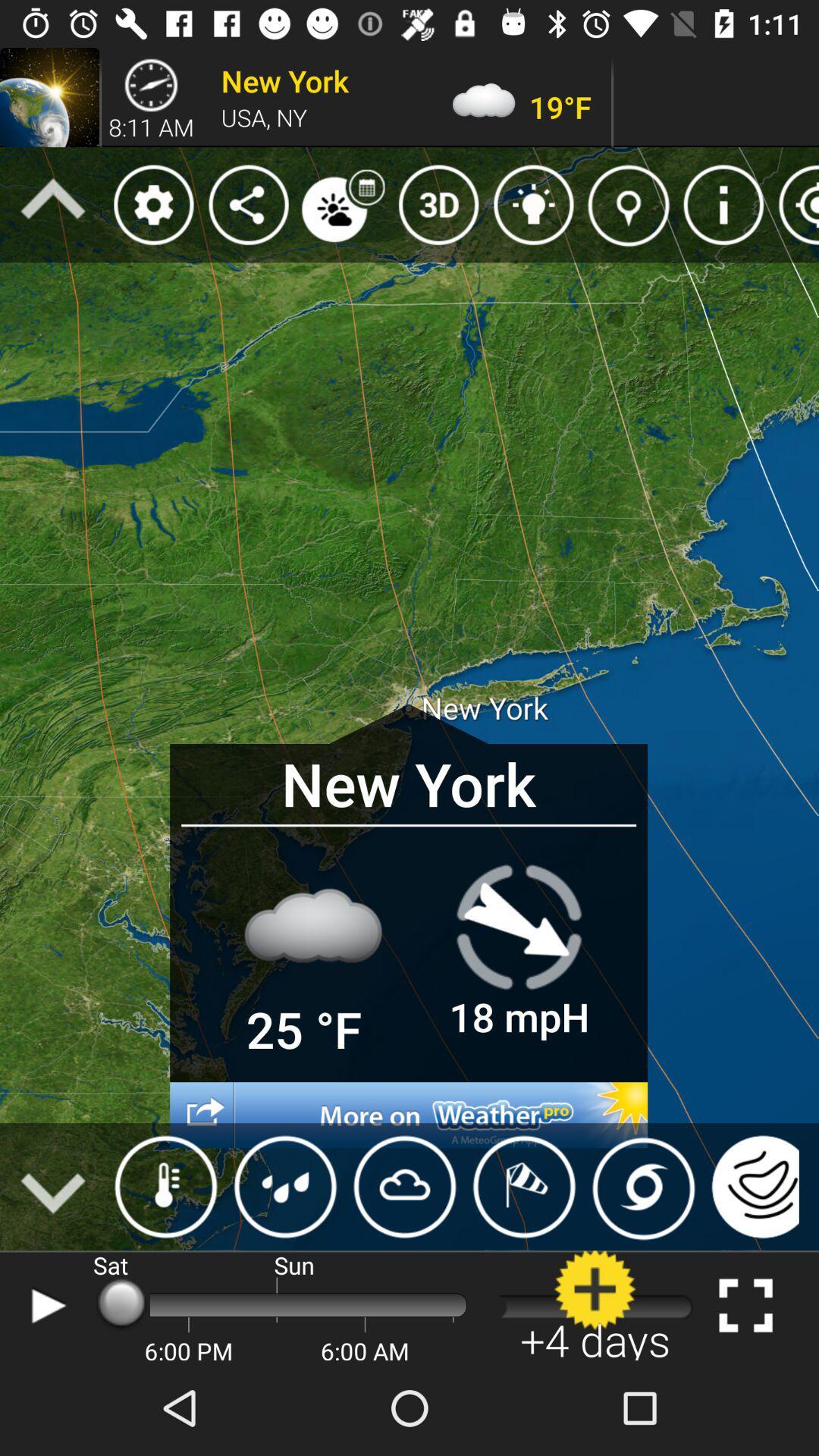 The width and height of the screenshot is (819, 1456). What do you see at coordinates (745, 1304) in the screenshot?
I see `the fullscreen icon` at bounding box center [745, 1304].